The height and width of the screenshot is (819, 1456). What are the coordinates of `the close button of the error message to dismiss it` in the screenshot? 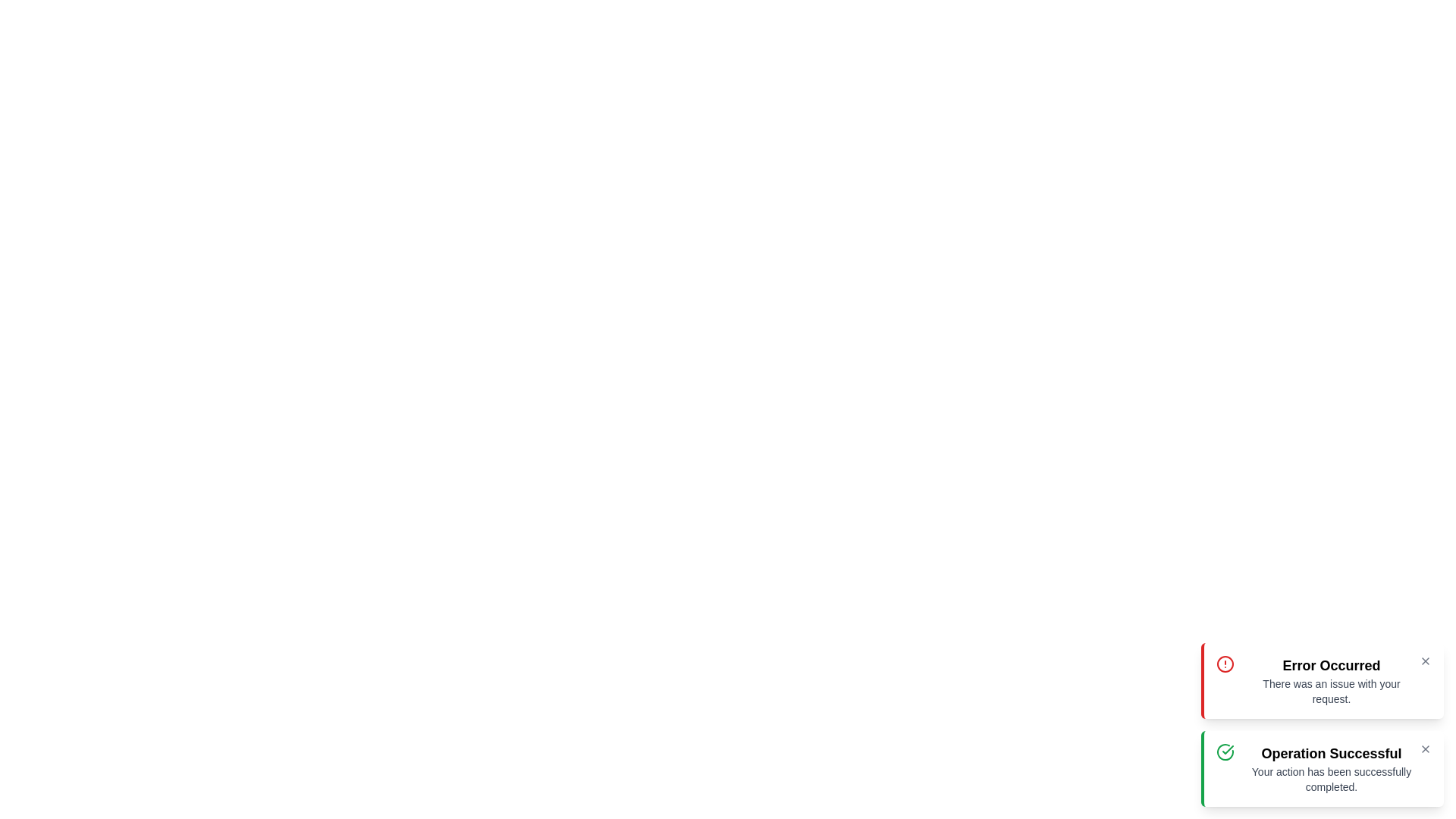 It's located at (1425, 660).